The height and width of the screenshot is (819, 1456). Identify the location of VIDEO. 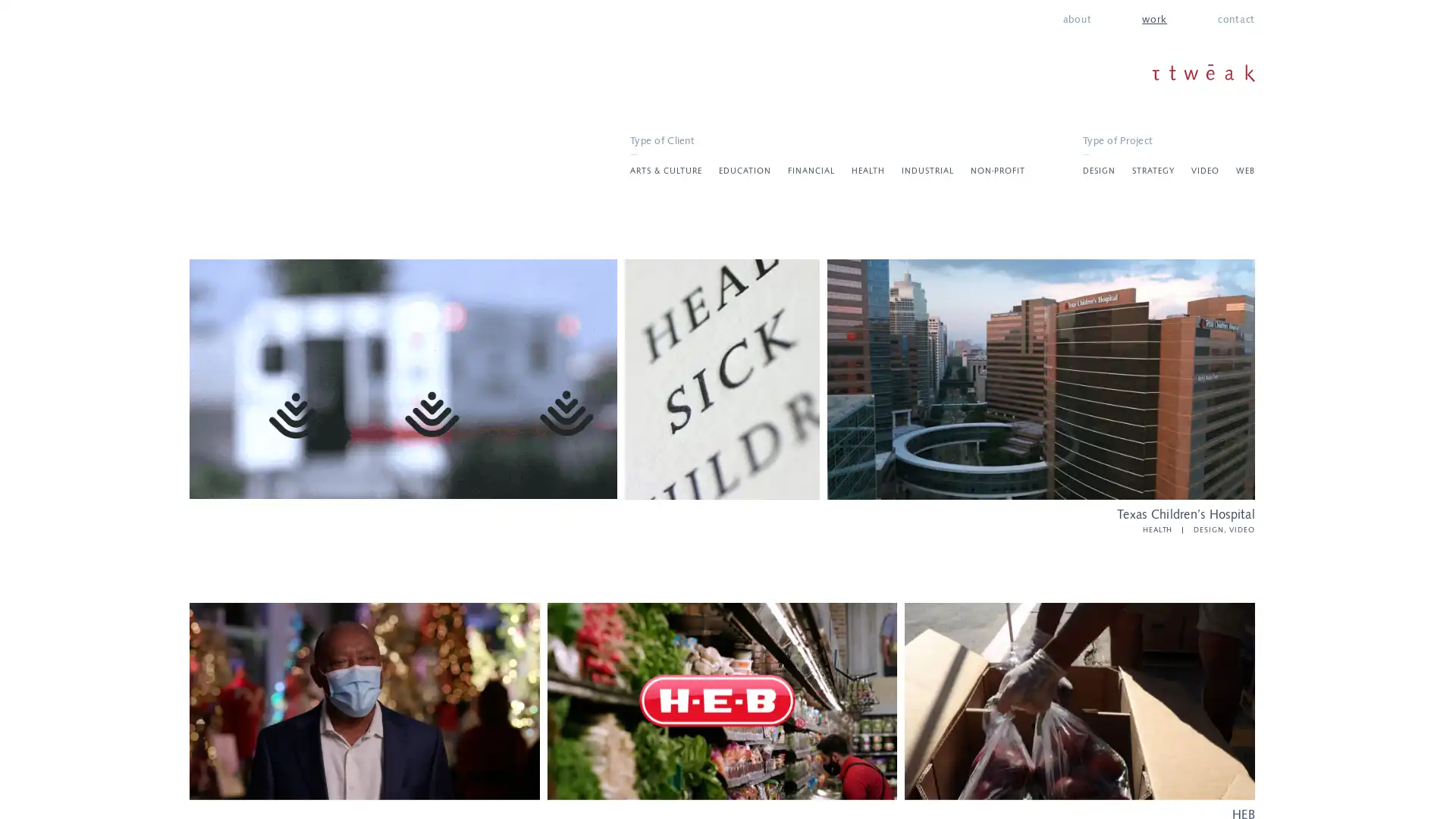
(1204, 171).